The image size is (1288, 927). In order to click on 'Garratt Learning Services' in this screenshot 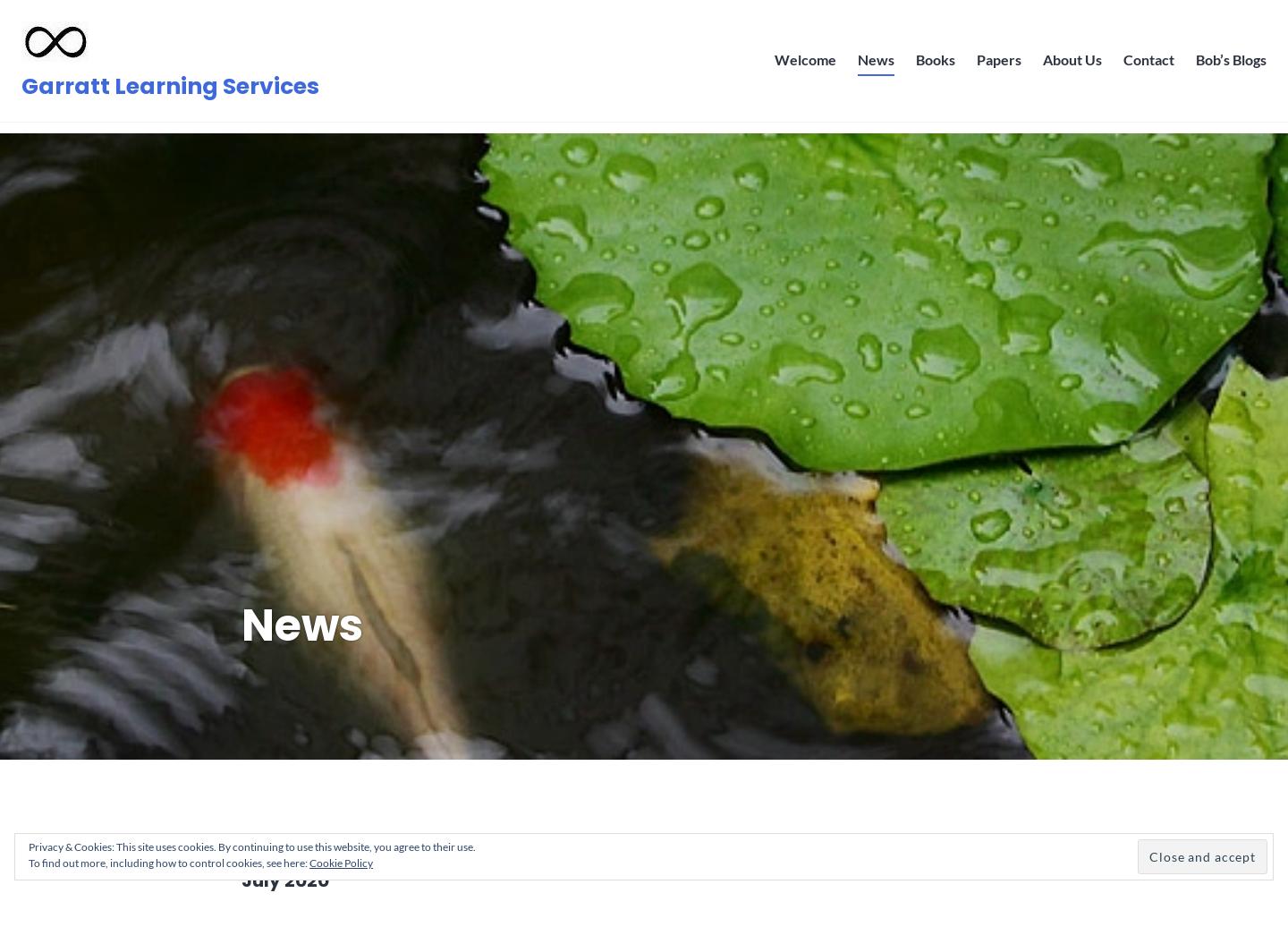, I will do `click(25, 90)`.